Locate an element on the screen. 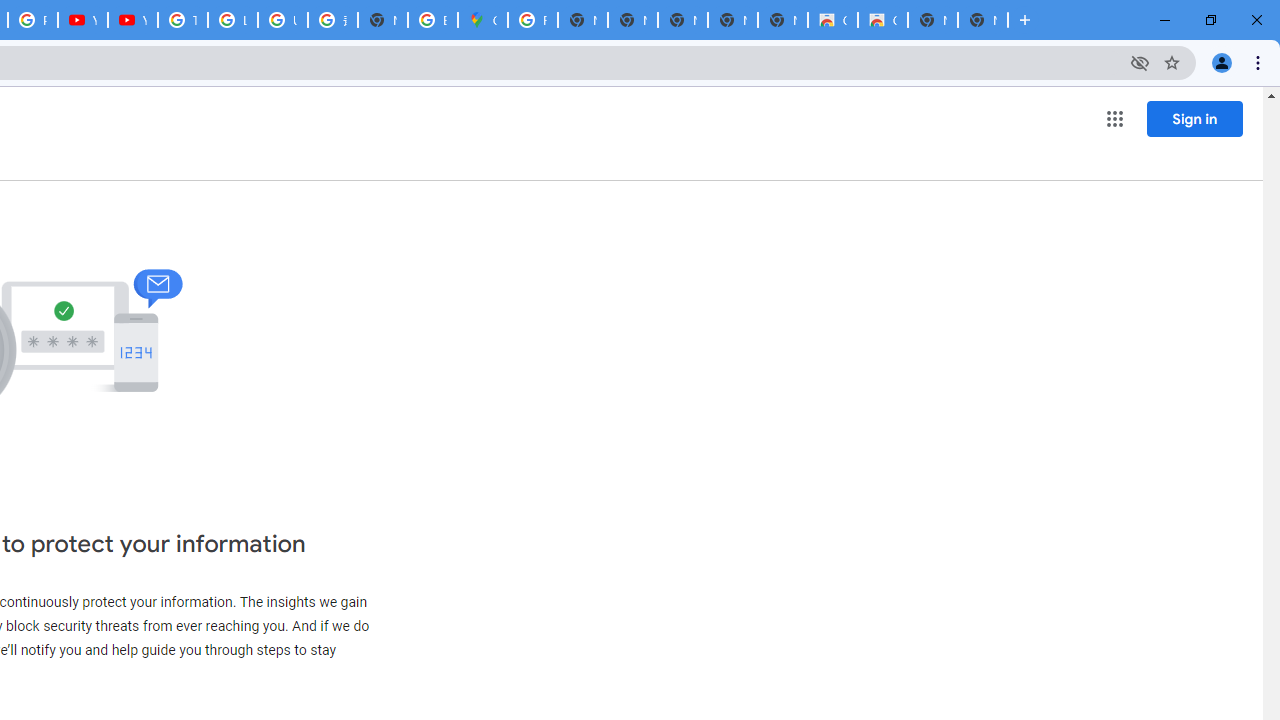 The width and height of the screenshot is (1280, 720). 'Tips & tricks for Chrome - Google Chrome Help' is located at coordinates (183, 20).